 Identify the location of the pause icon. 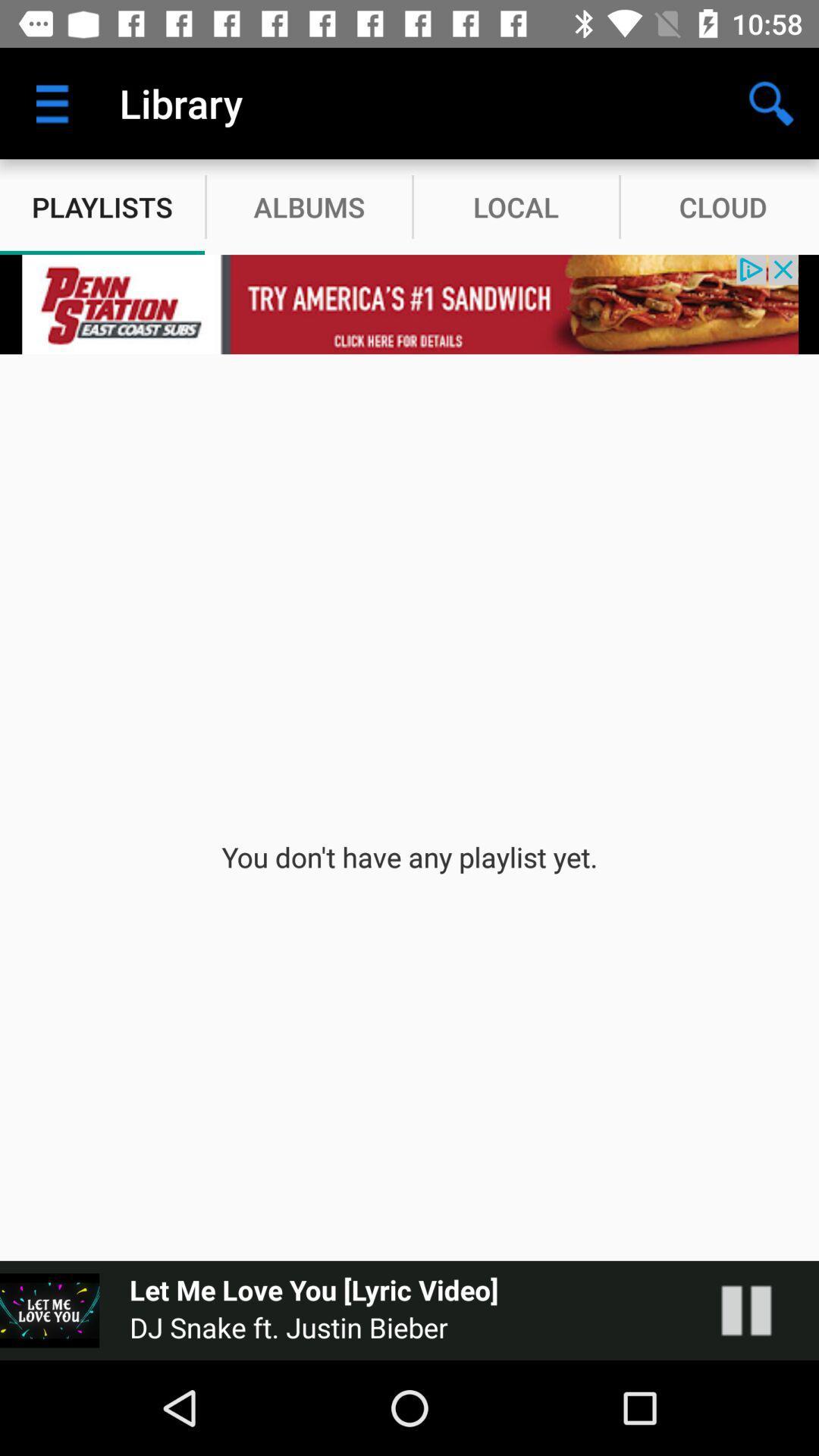
(761, 1310).